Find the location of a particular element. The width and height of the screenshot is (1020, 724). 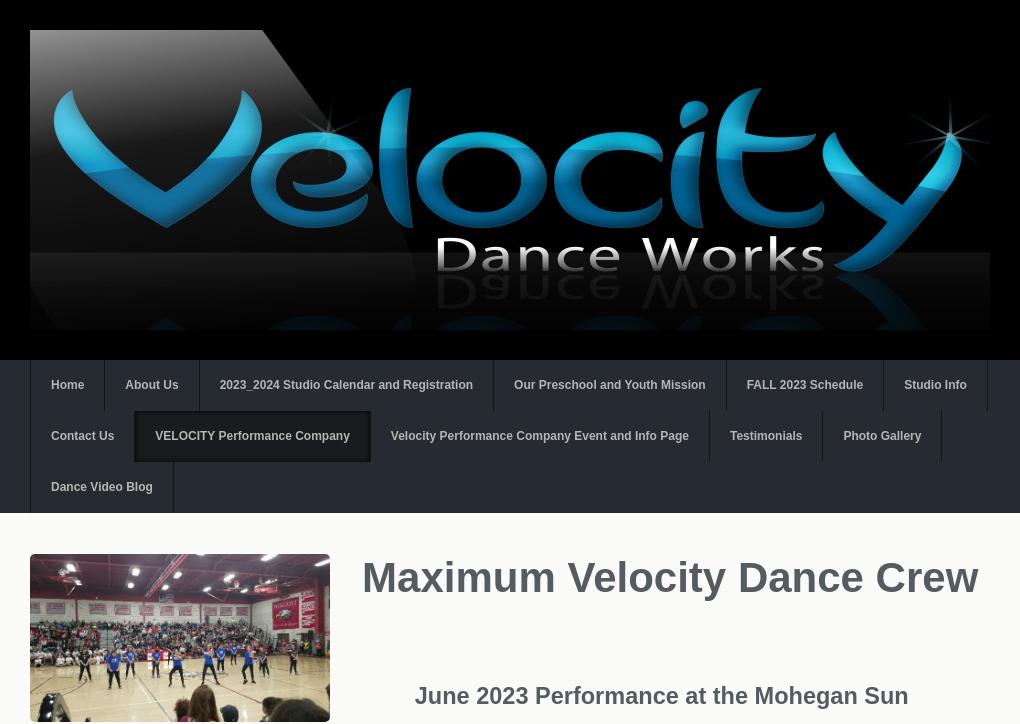

'2023_2024 Studio Calendar and Registration' is located at coordinates (344, 385).